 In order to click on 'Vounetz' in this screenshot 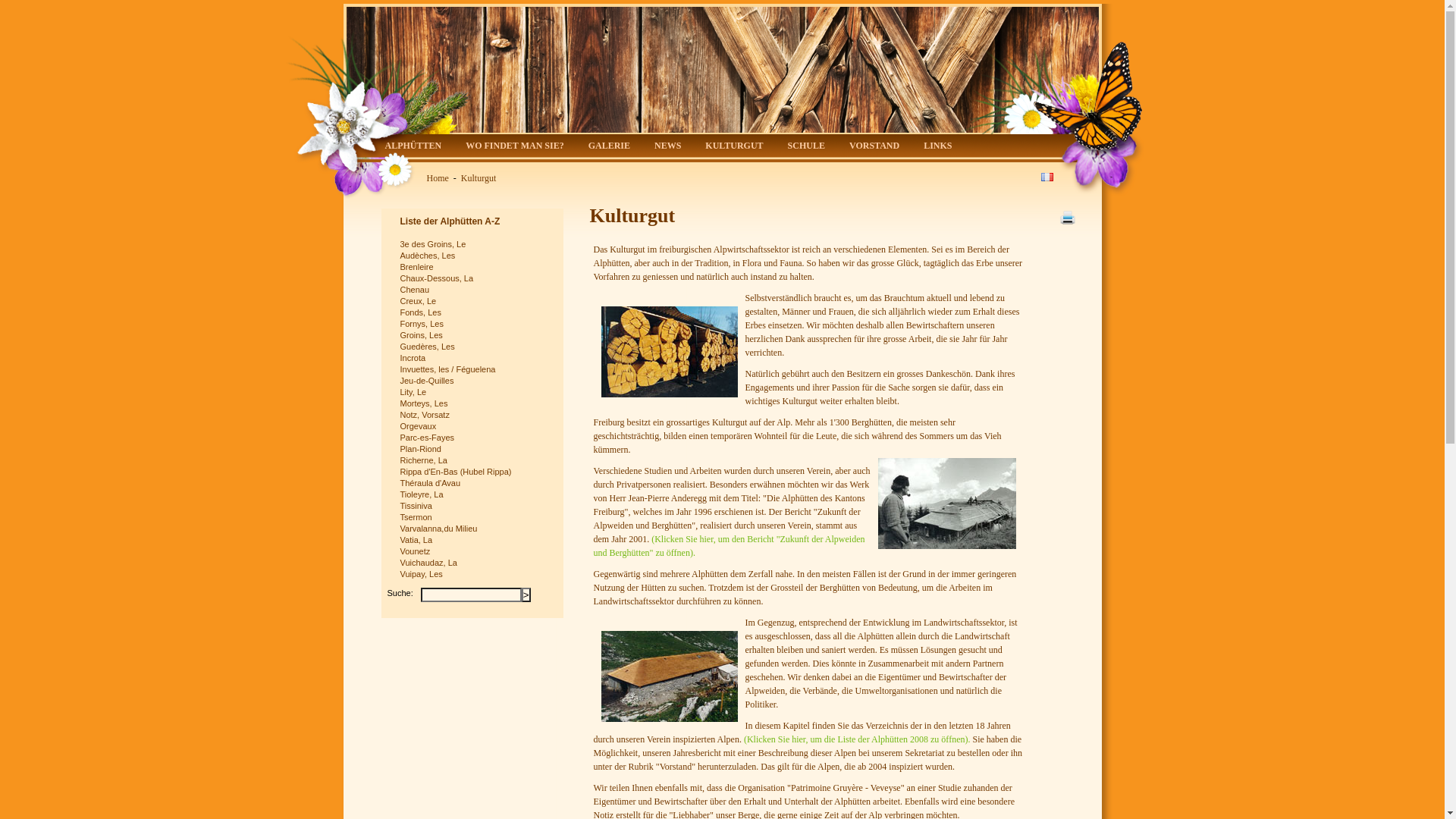, I will do `click(473, 551)`.